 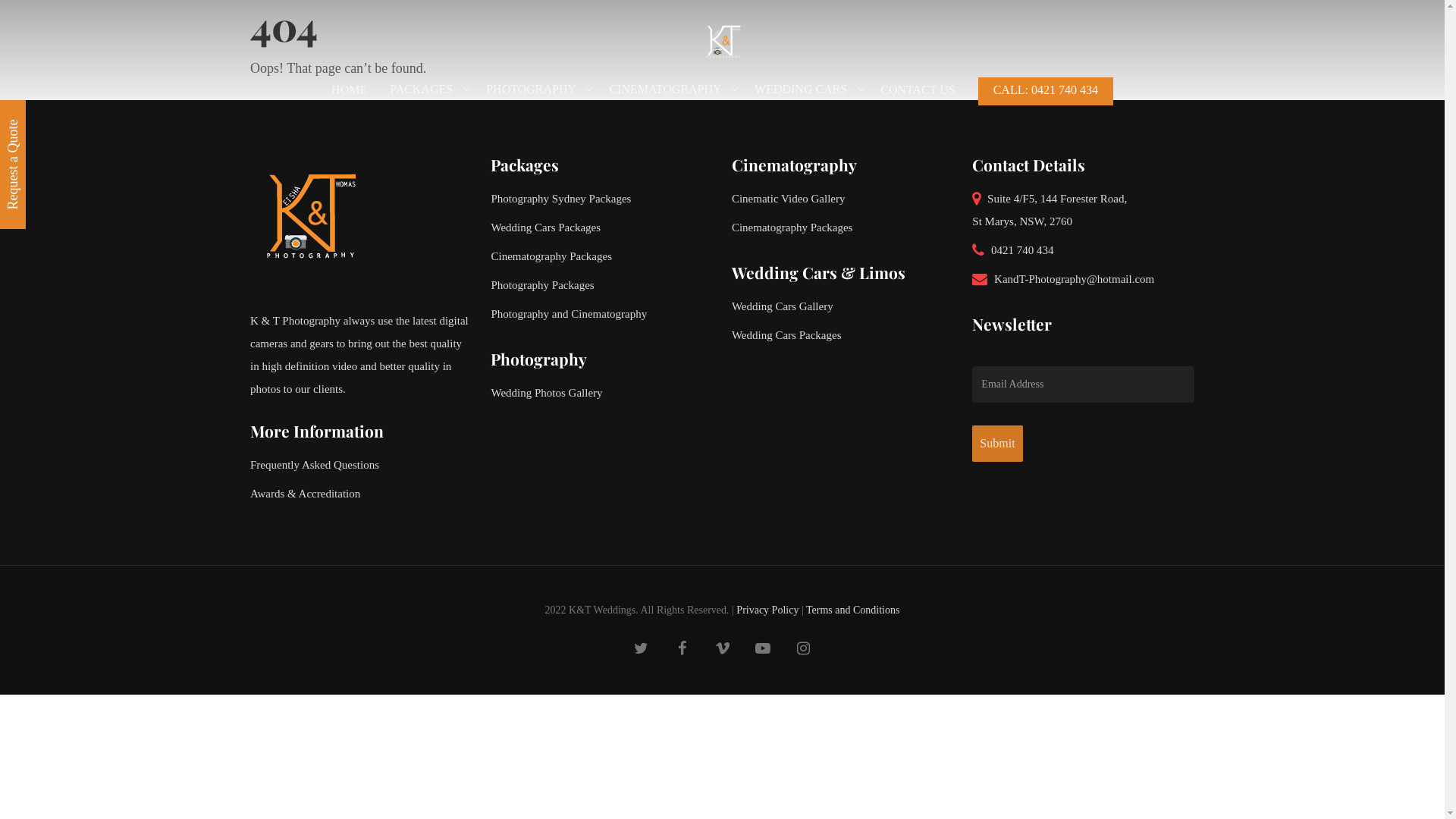 I want to click on 'Terms and Conditions', so click(x=805, y=609).